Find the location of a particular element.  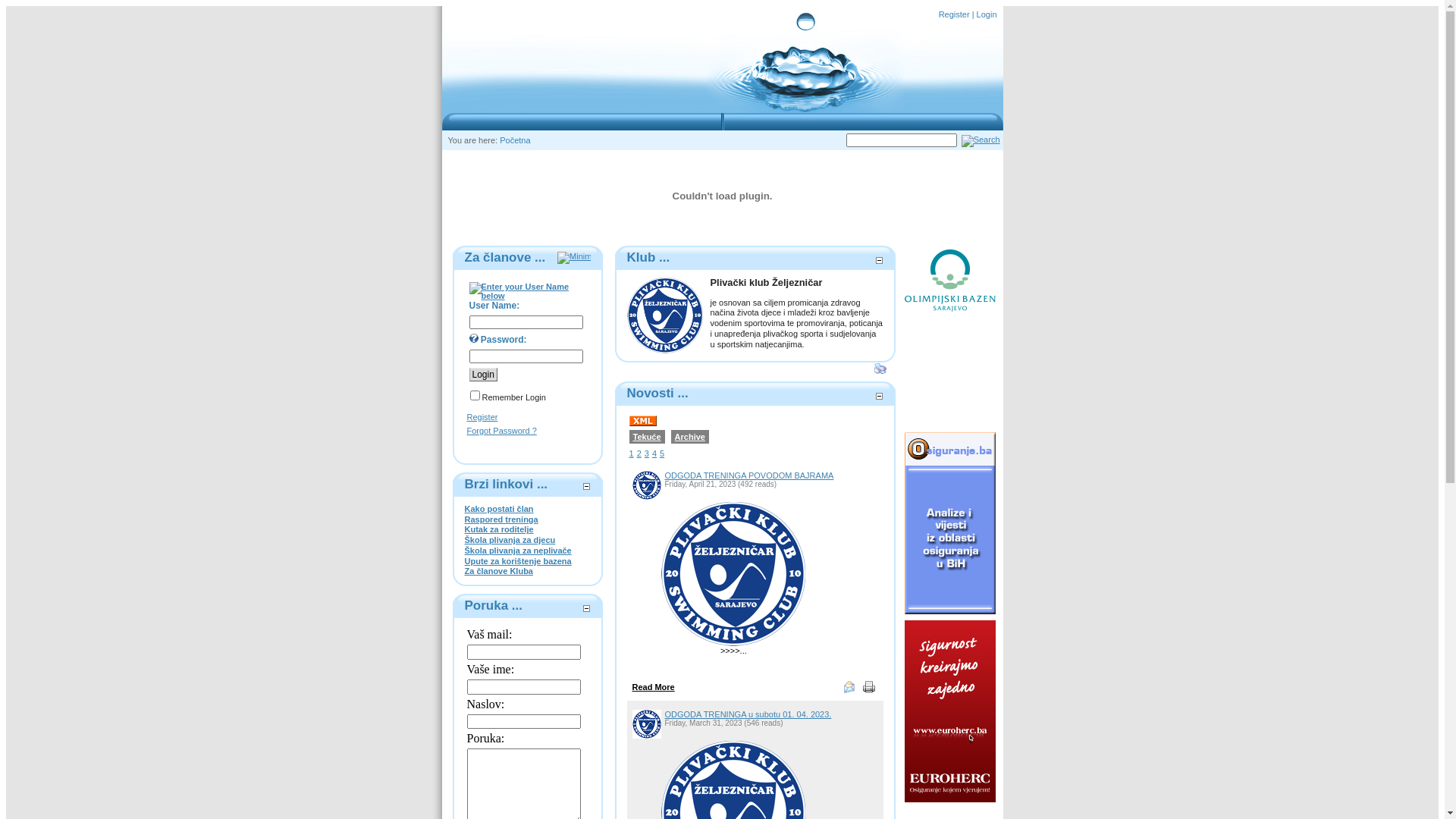

'2' is located at coordinates (639, 452).